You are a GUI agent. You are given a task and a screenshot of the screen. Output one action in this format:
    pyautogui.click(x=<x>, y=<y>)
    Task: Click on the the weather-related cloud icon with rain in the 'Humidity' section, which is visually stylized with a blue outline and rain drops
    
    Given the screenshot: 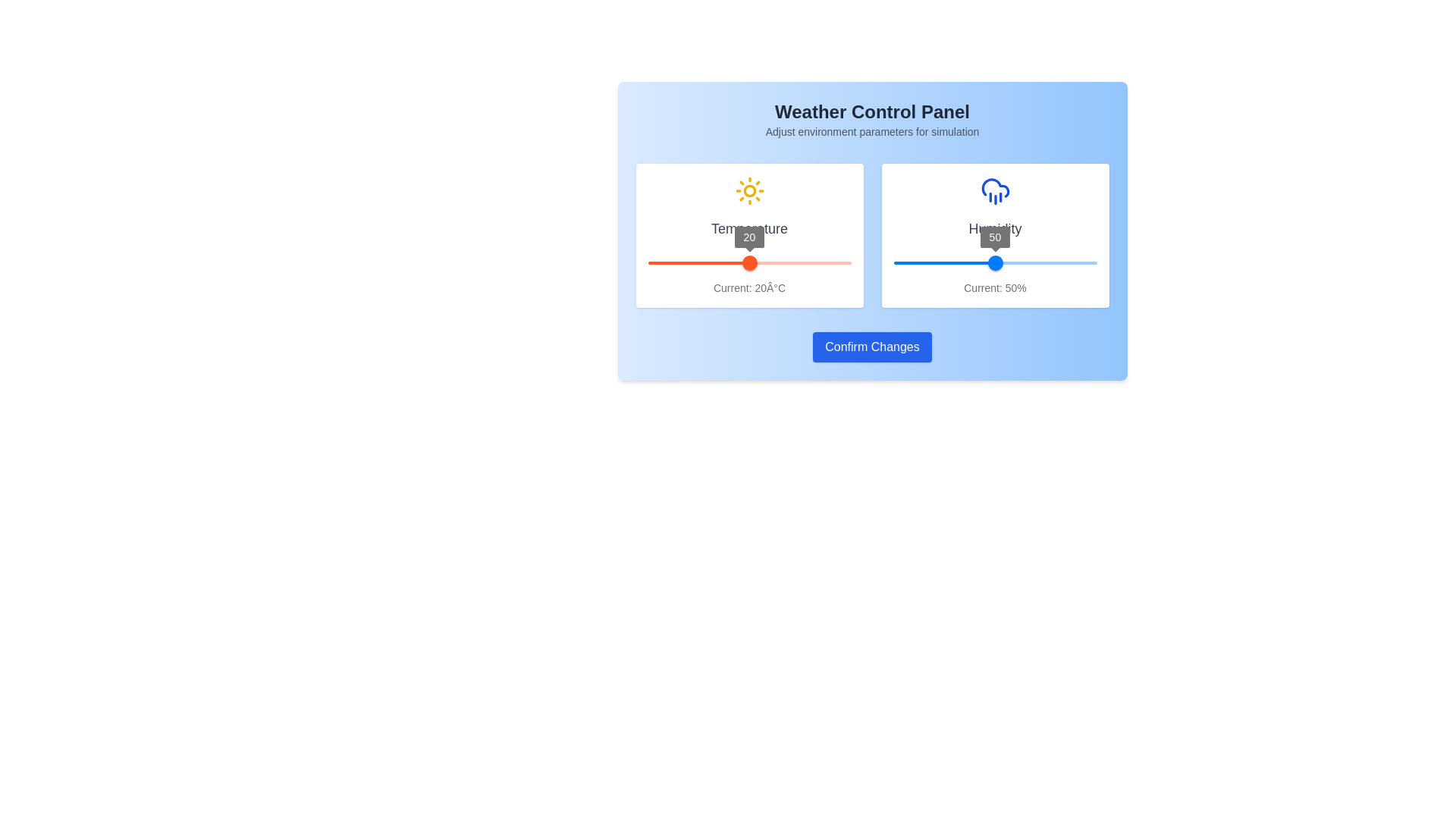 What is the action you would take?
    pyautogui.click(x=995, y=187)
    